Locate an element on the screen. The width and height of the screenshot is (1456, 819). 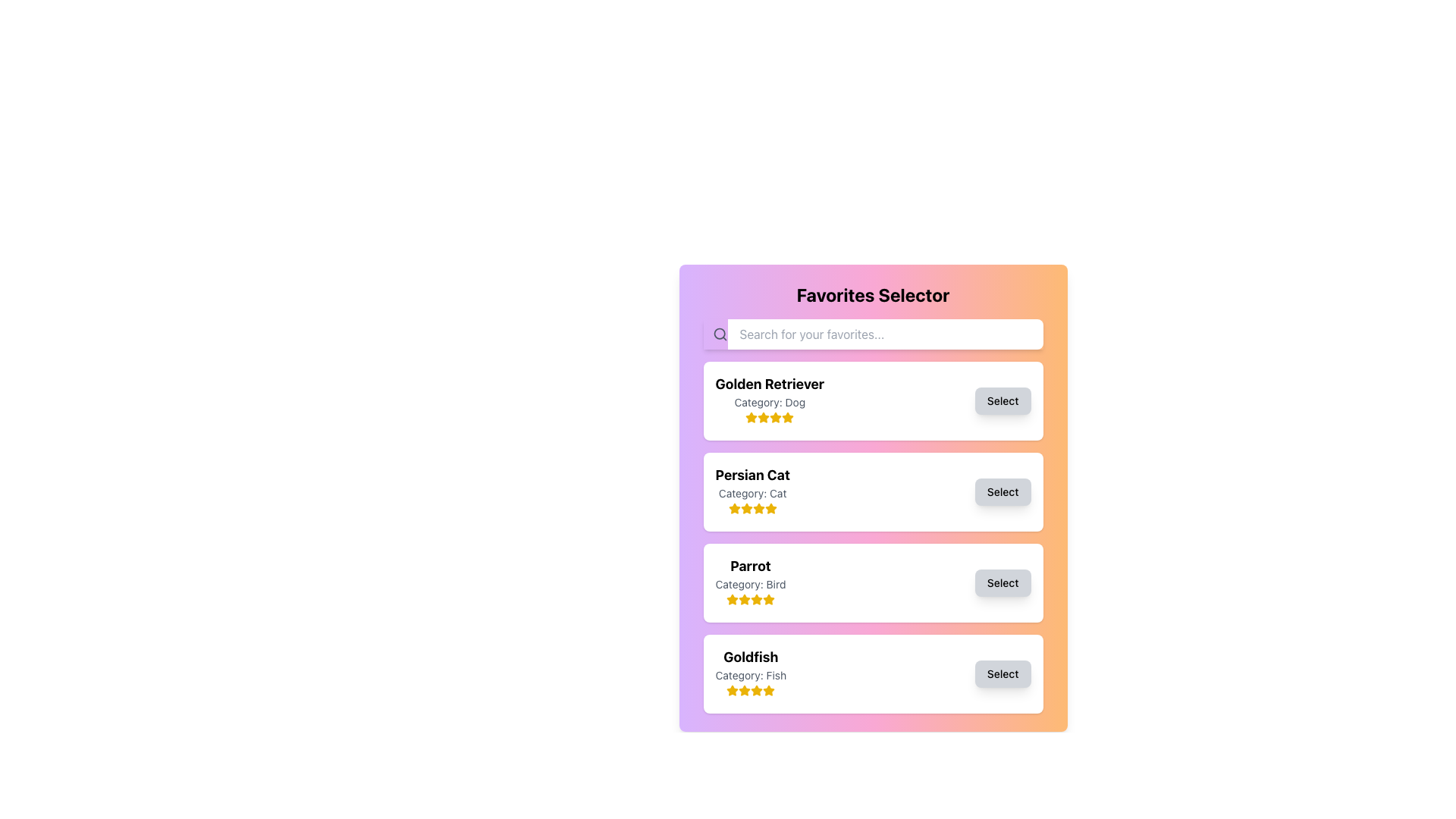
text from the Text Label located at the top of the first item in the vertical list, which is above the text 'Category: Dog' is located at coordinates (770, 383).